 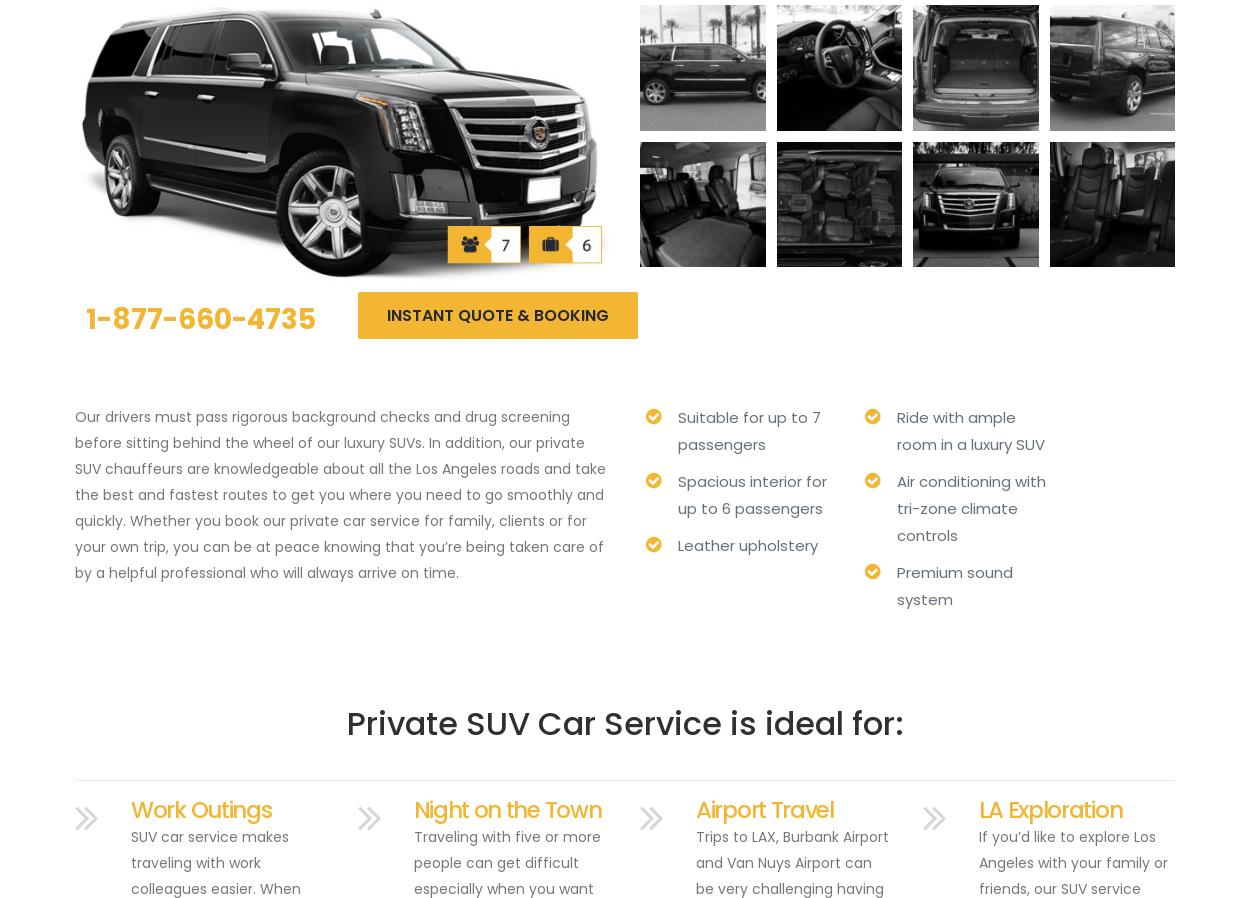 What do you see at coordinates (695, 809) in the screenshot?
I see `'Airport Travel'` at bounding box center [695, 809].